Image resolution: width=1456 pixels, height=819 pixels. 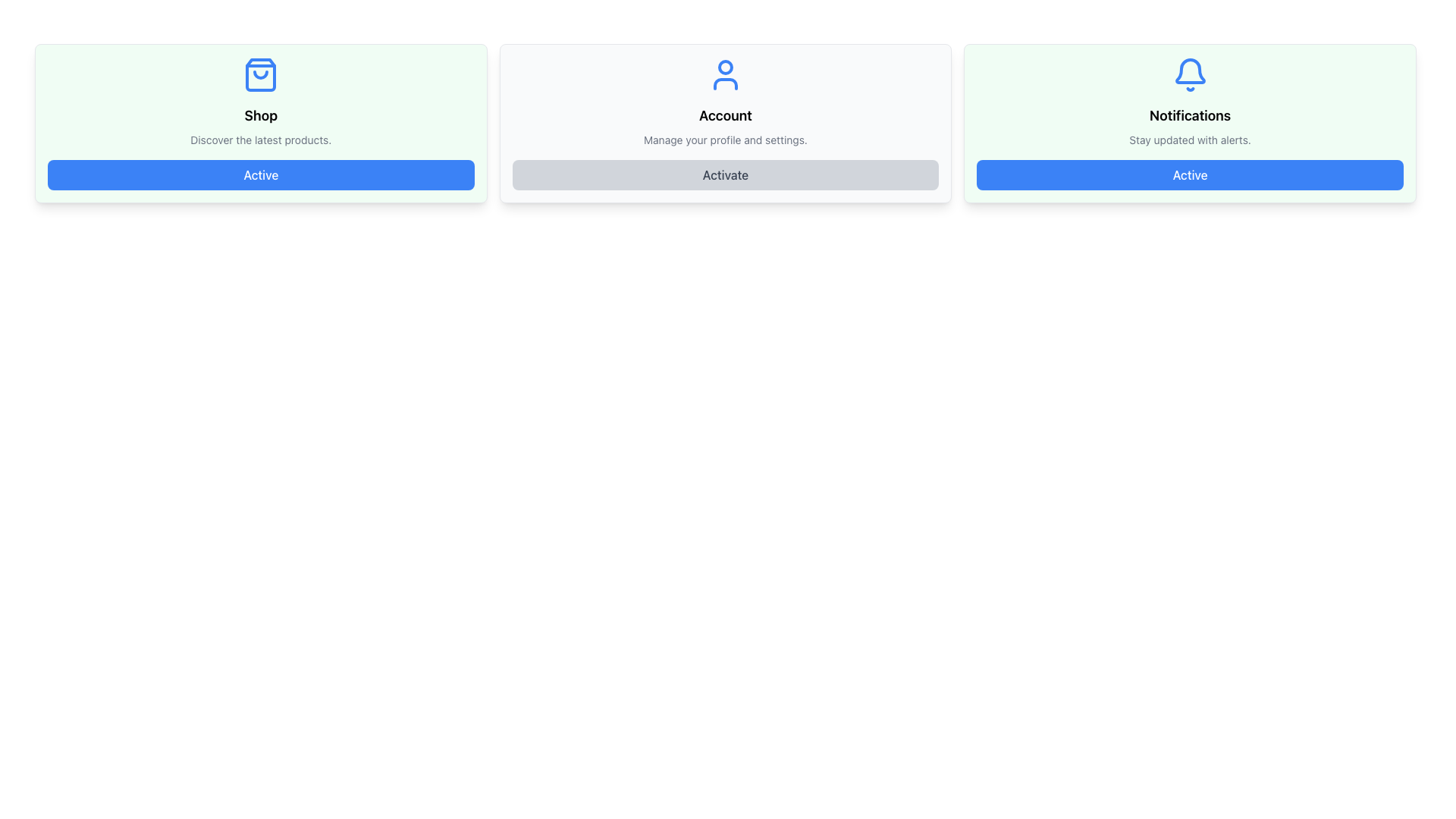 What do you see at coordinates (1189, 122) in the screenshot?
I see `text 'Stay updated with alerts.' located in the light green card element with a blue bell icon and a blue button labeled 'Active' at the bottom` at bounding box center [1189, 122].